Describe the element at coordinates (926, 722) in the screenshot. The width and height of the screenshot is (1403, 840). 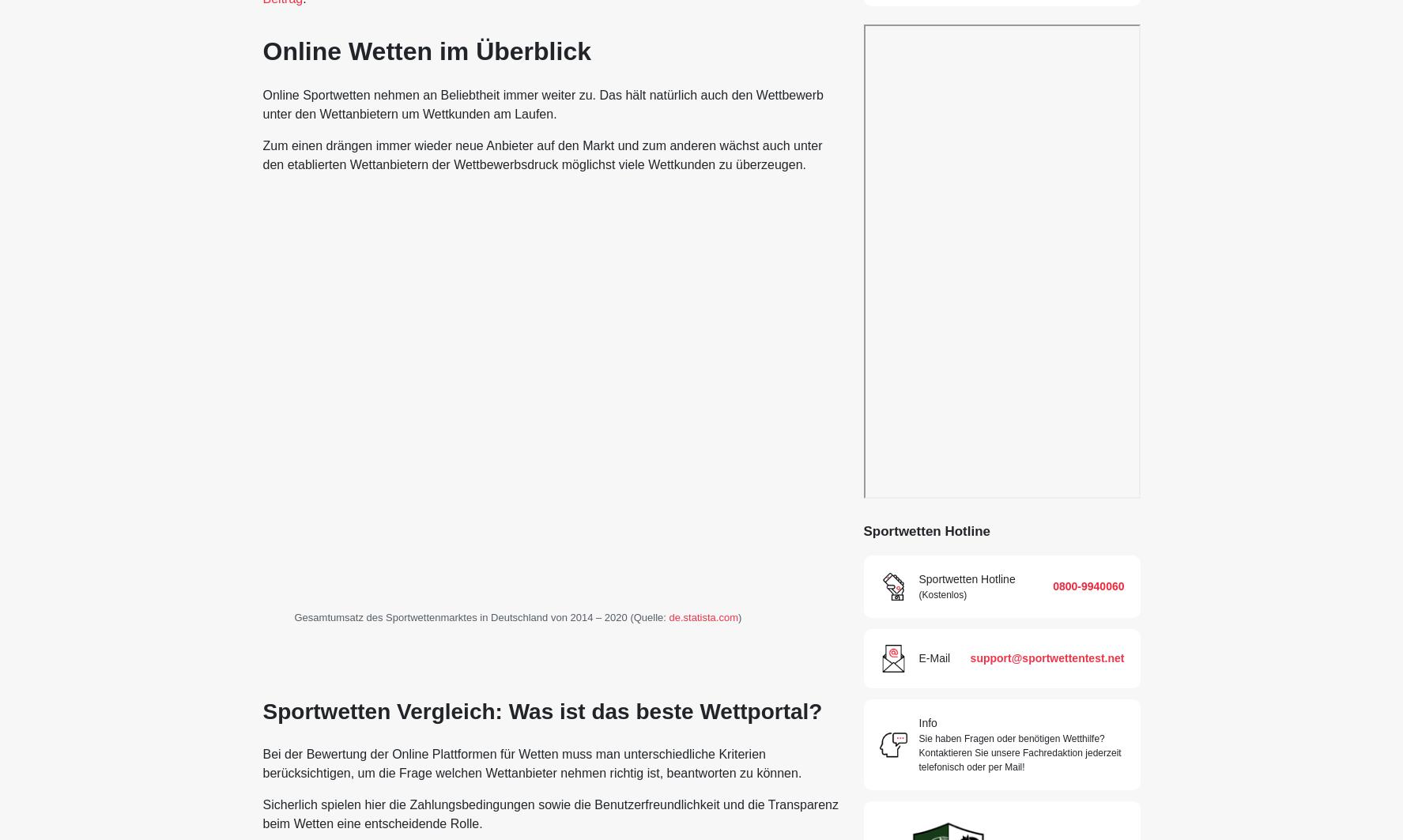
I see `'Info'` at that location.